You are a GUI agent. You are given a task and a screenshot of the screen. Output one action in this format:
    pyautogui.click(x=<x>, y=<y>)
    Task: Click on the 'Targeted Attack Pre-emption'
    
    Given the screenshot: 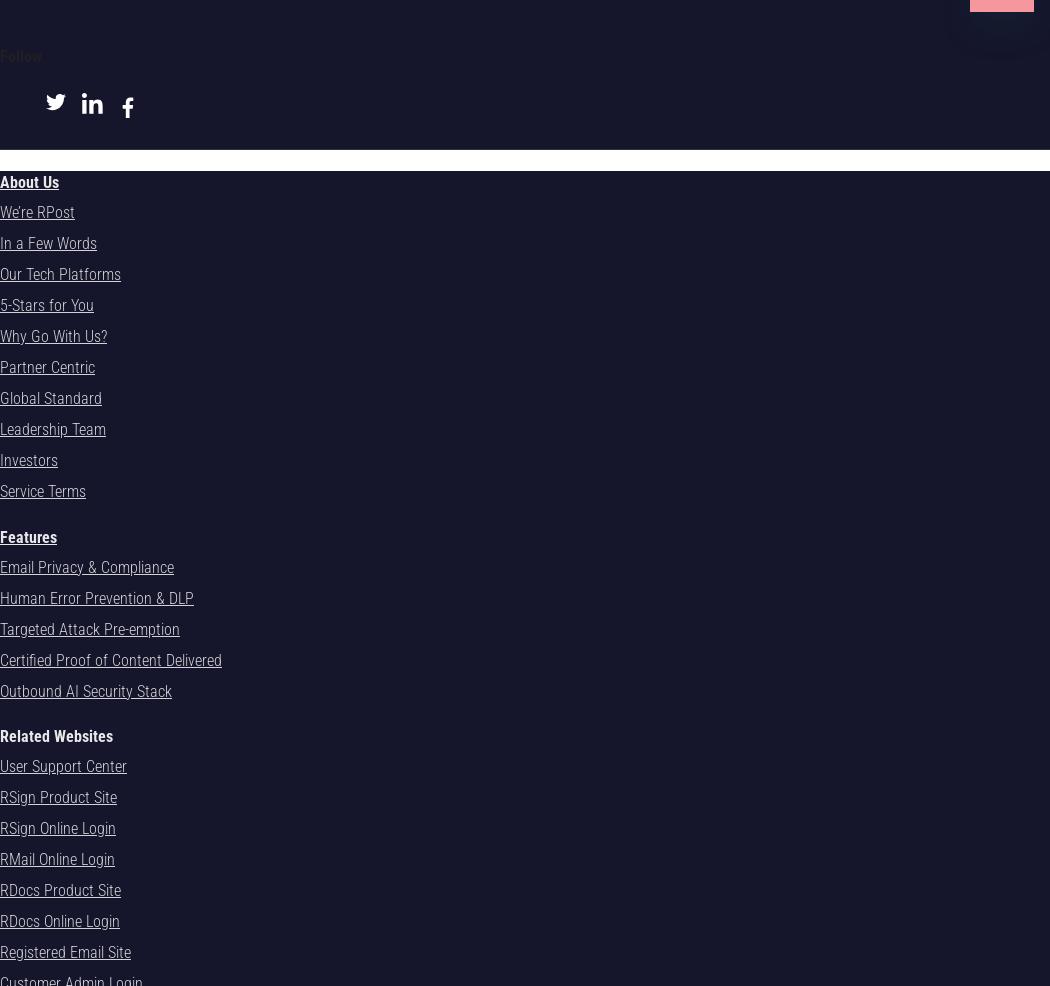 What is the action you would take?
    pyautogui.click(x=89, y=628)
    